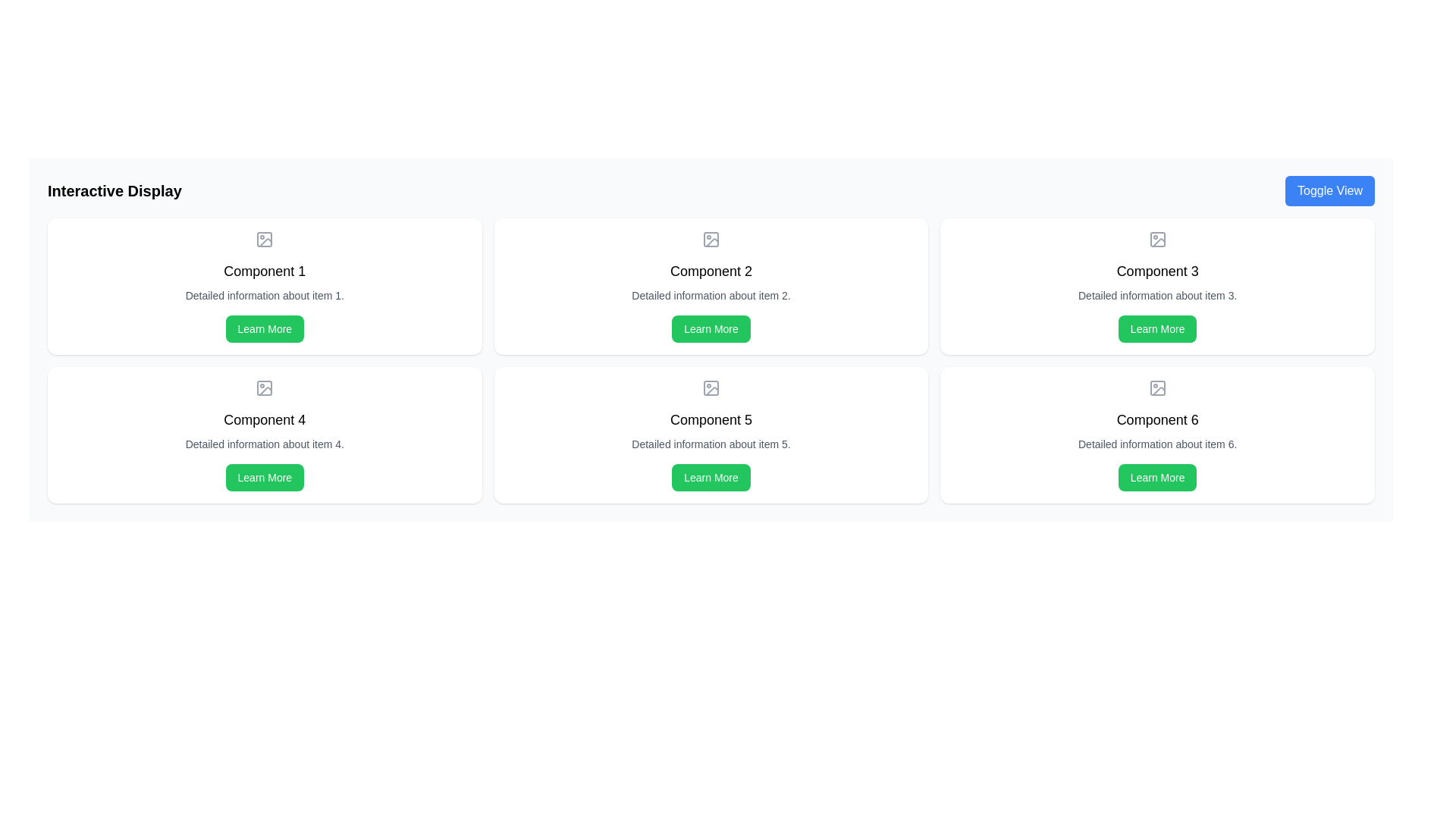 The image size is (1456, 819). Describe the element at coordinates (1329, 190) in the screenshot. I see `the button located at the top-right corner of the 'Interactive Display' section` at that location.